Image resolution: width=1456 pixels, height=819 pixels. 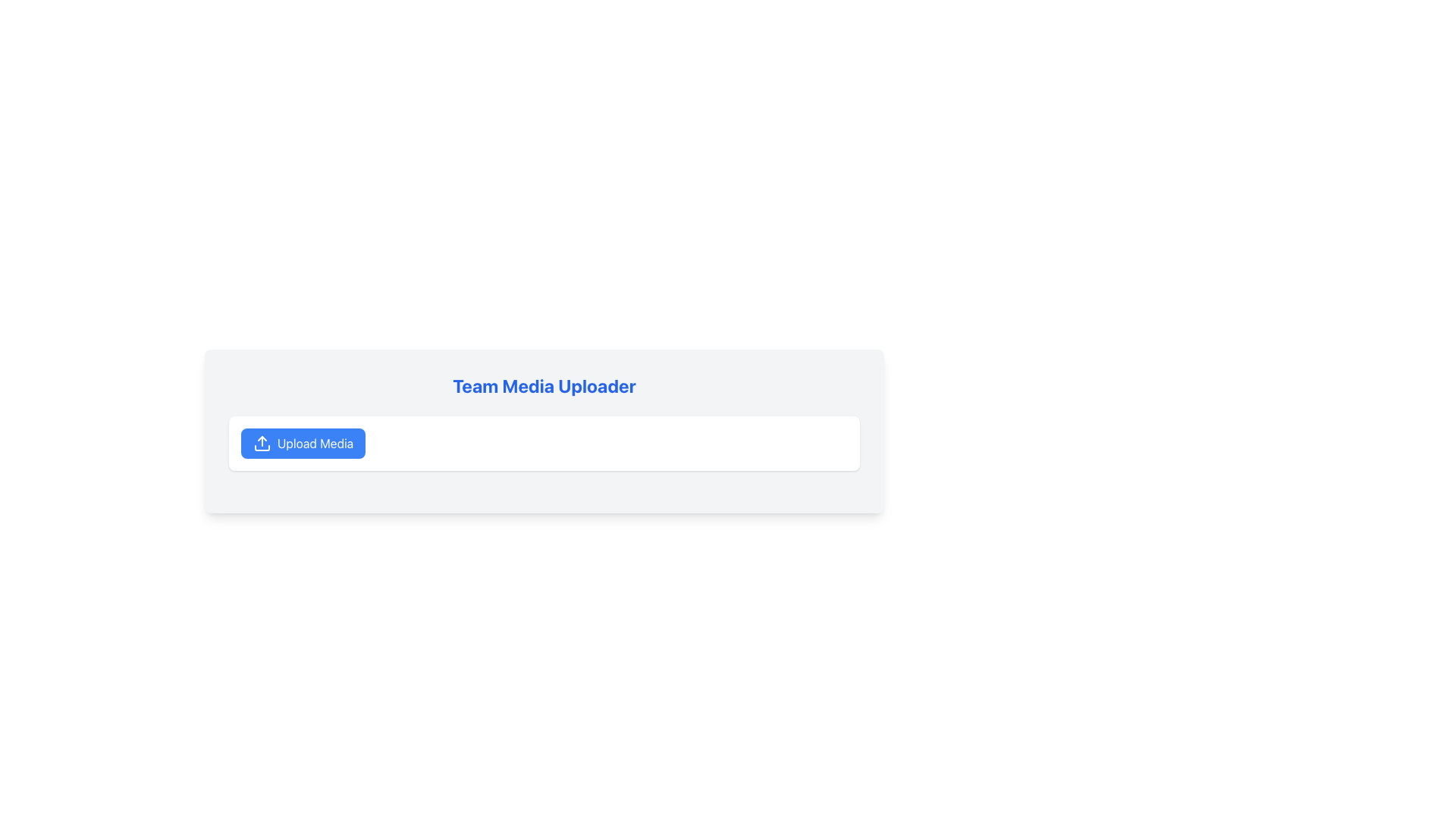 I want to click on the lower part of the upload symbol graphic icon, which is part of the button labeled 'Upload Media', so click(x=262, y=447).